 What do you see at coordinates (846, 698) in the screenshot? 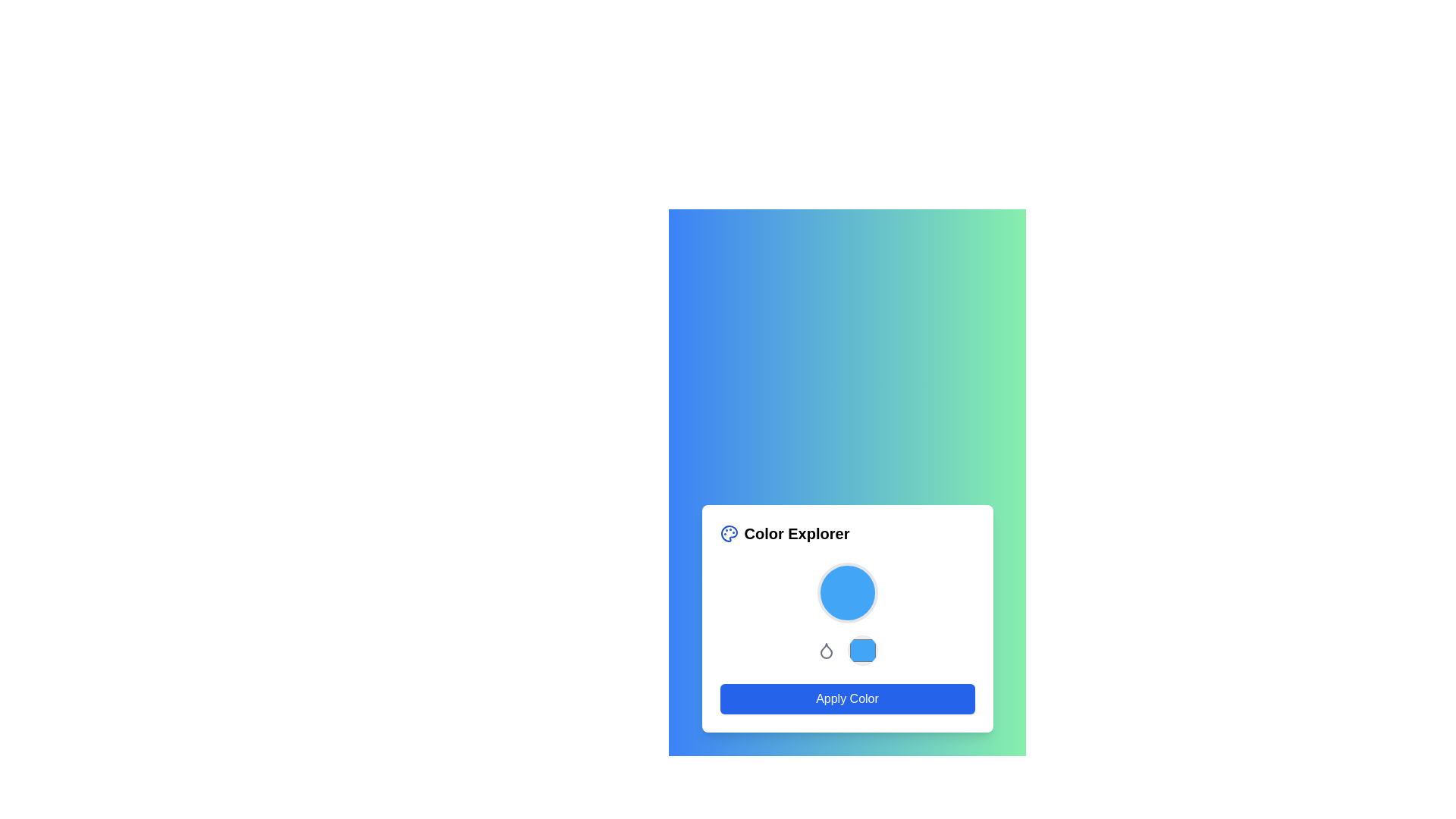
I see `the actionable button at the bottom of the 'Color Explorer' card to trigger a potential styling change` at bounding box center [846, 698].